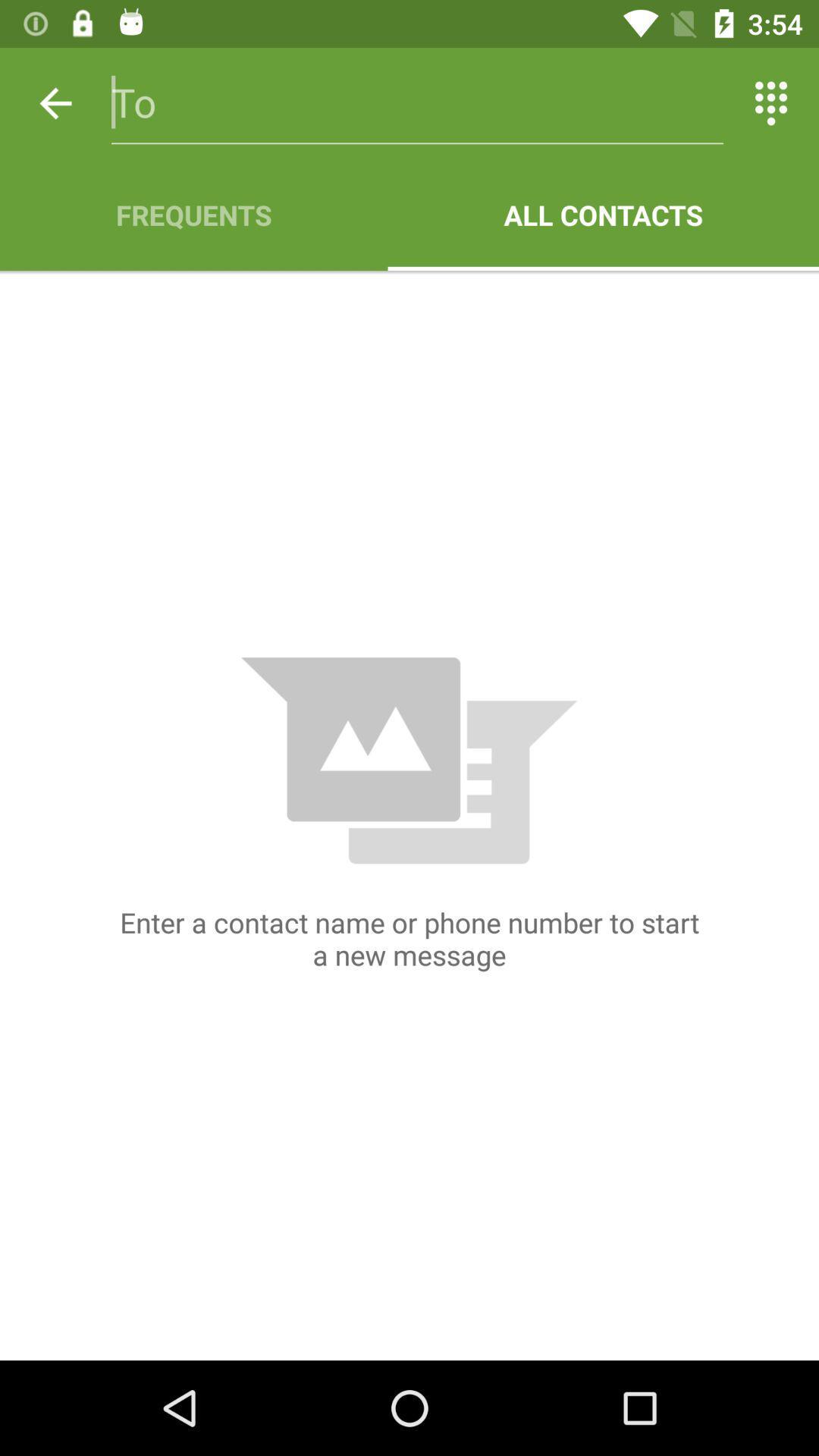 This screenshot has height=1456, width=819. Describe the element at coordinates (602, 214) in the screenshot. I see `the app next to the frequents icon` at that location.